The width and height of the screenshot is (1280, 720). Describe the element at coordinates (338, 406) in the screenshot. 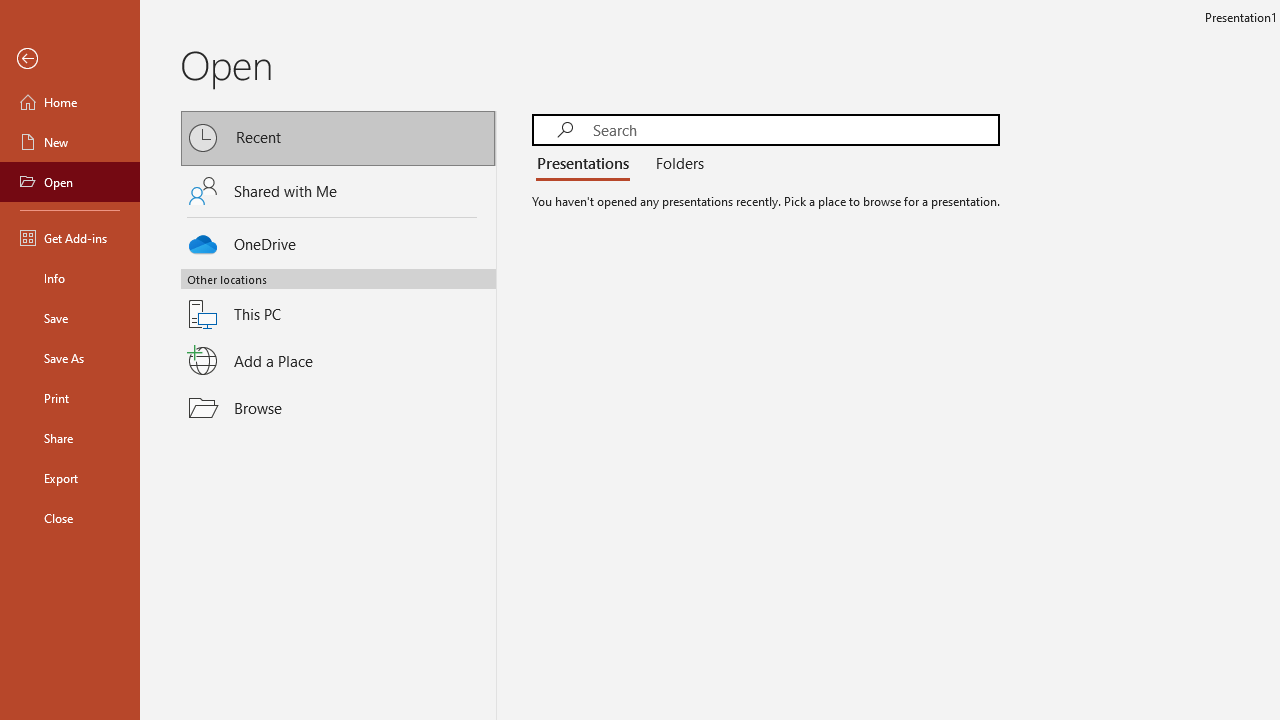

I see `'Browse'` at that location.